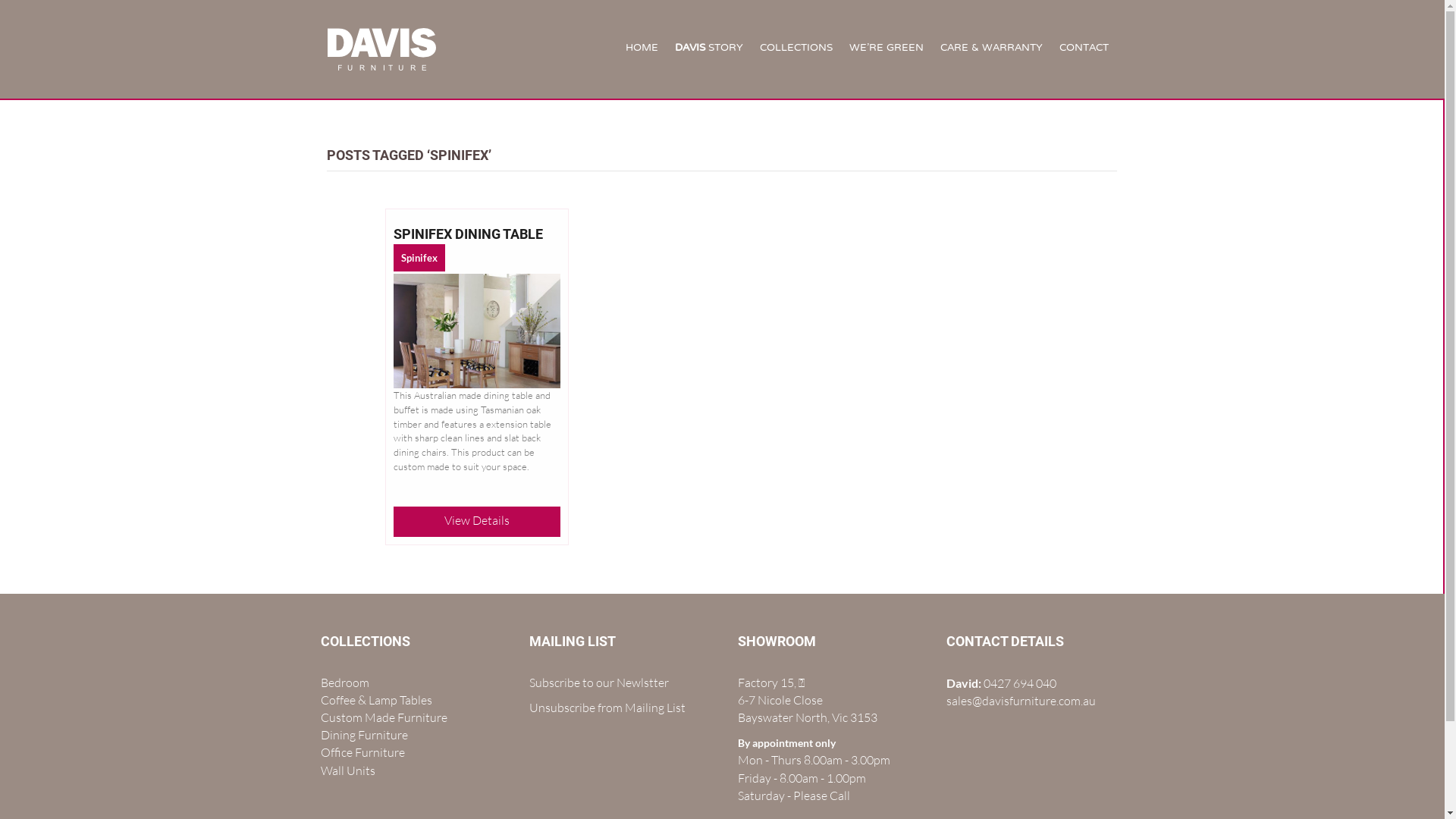  I want to click on 'Wall Units', so click(346, 770).